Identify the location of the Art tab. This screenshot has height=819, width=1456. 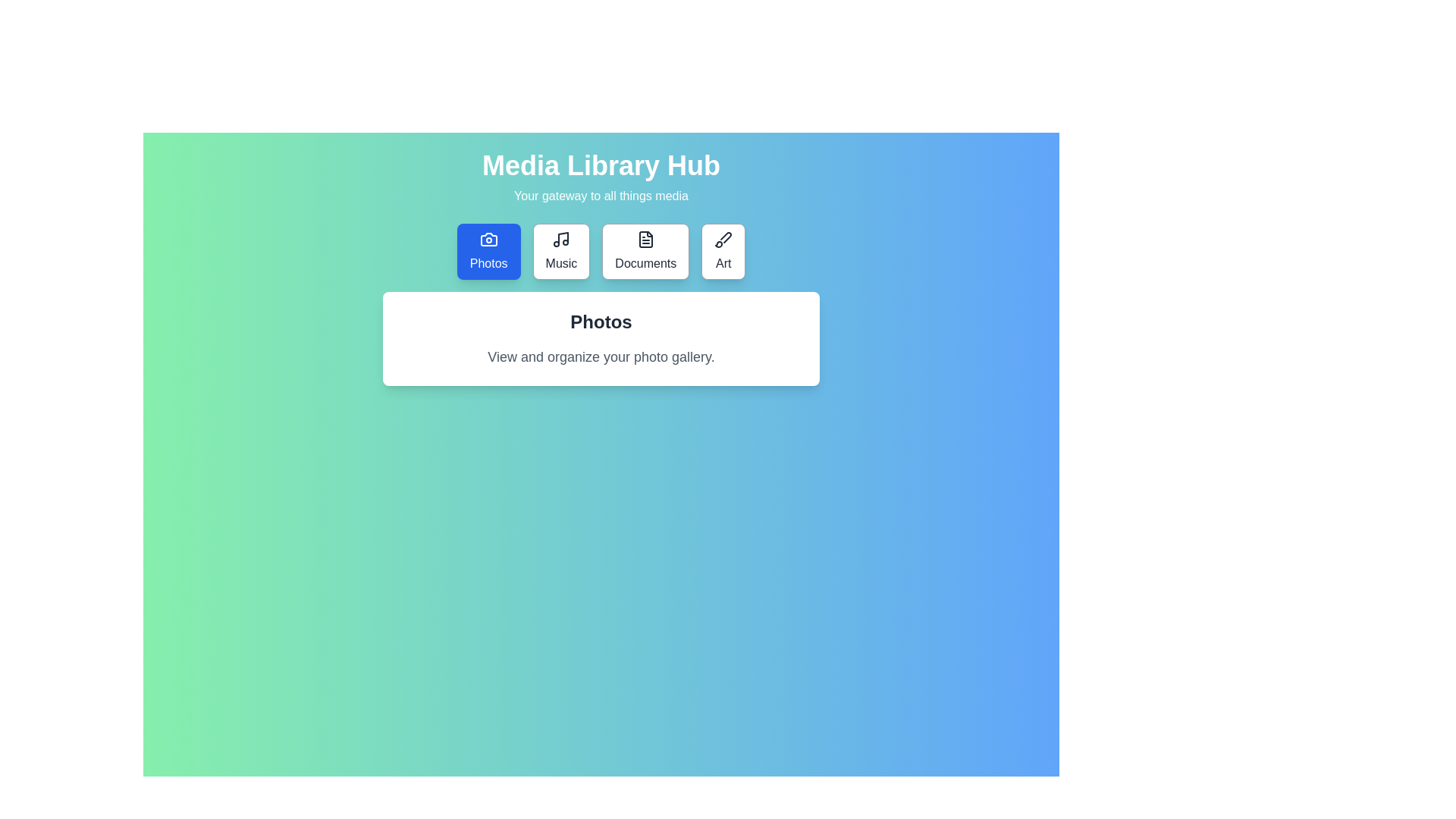
(723, 250).